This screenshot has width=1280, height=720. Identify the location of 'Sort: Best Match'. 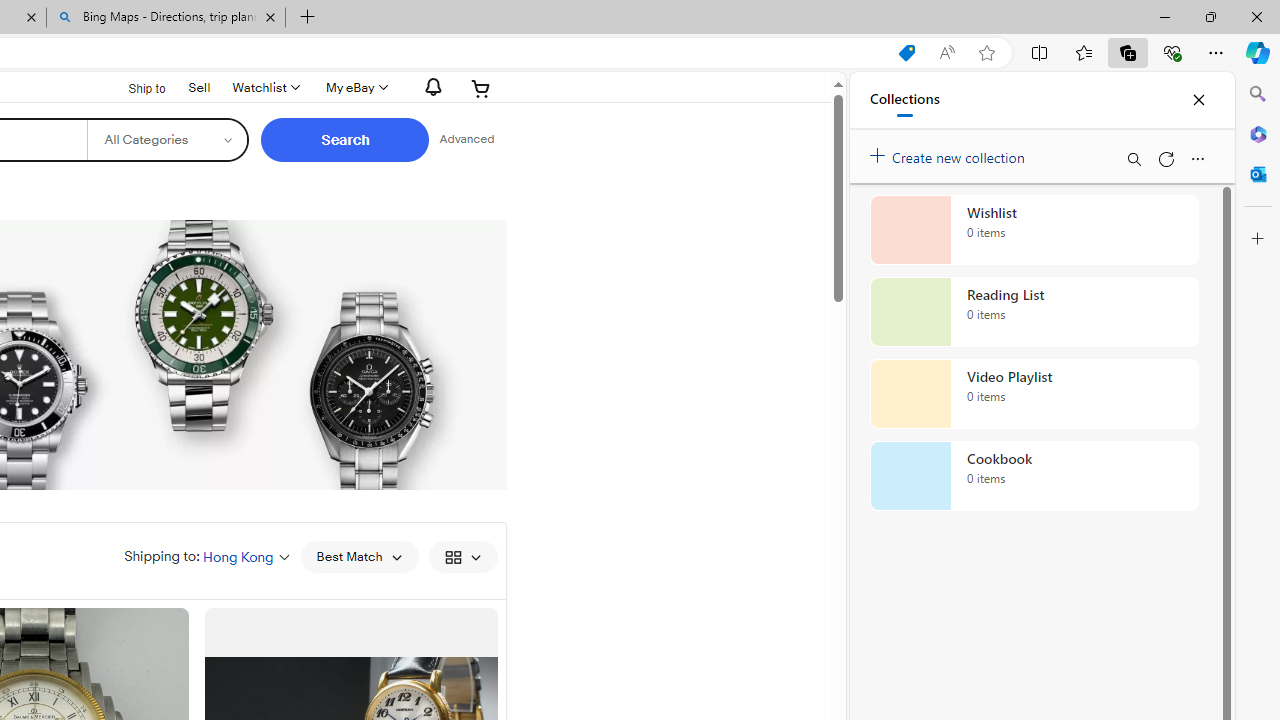
(359, 556).